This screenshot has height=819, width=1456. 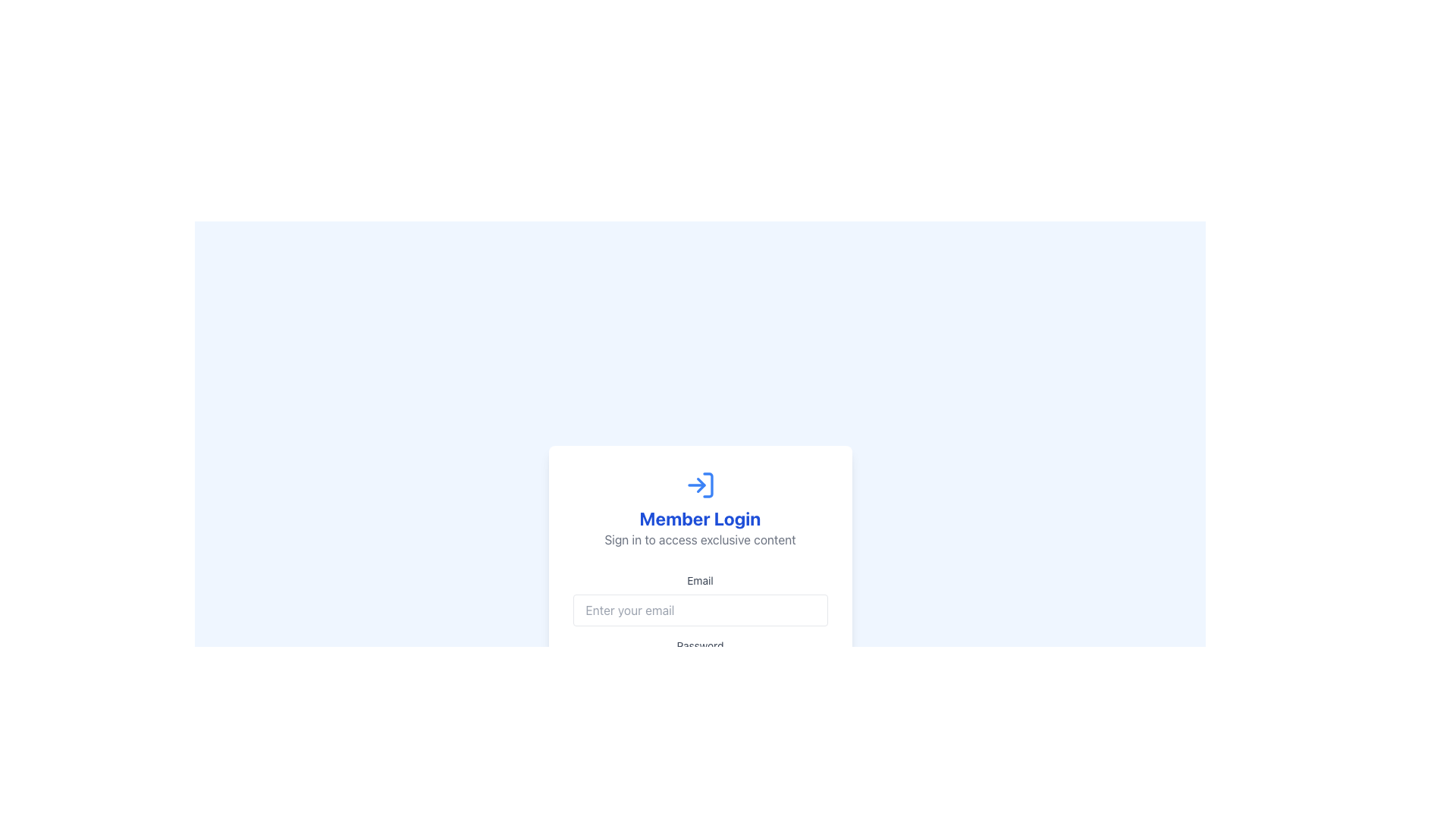 What do you see at coordinates (699, 485) in the screenshot?
I see `the blue rightward arrow SVG icon that is positioned above the 'Member Login' text in the login form interface` at bounding box center [699, 485].